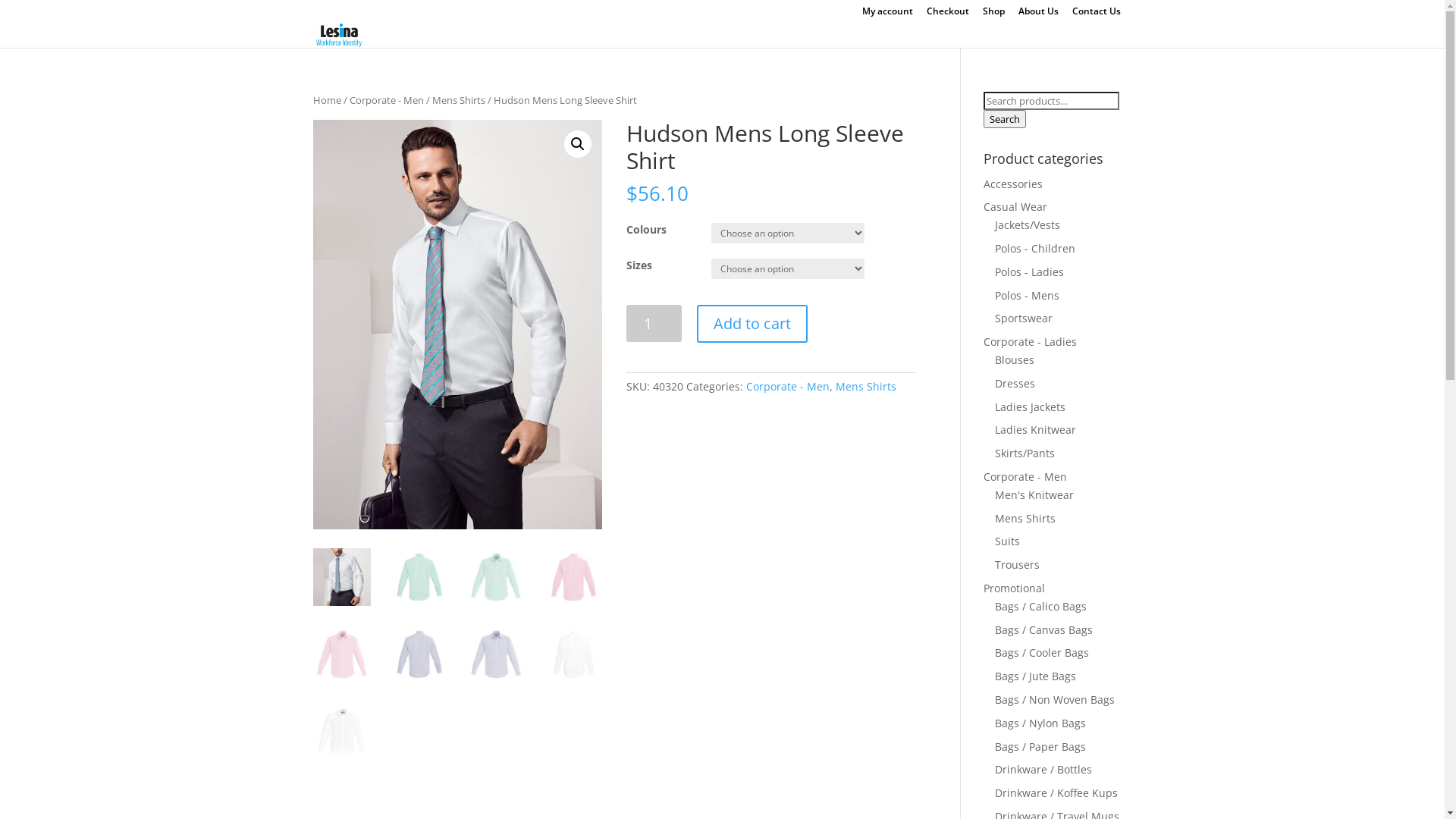 This screenshot has width=1456, height=819. I want to click on 'Drinkware / Koffee Kups', so click(994, 792).